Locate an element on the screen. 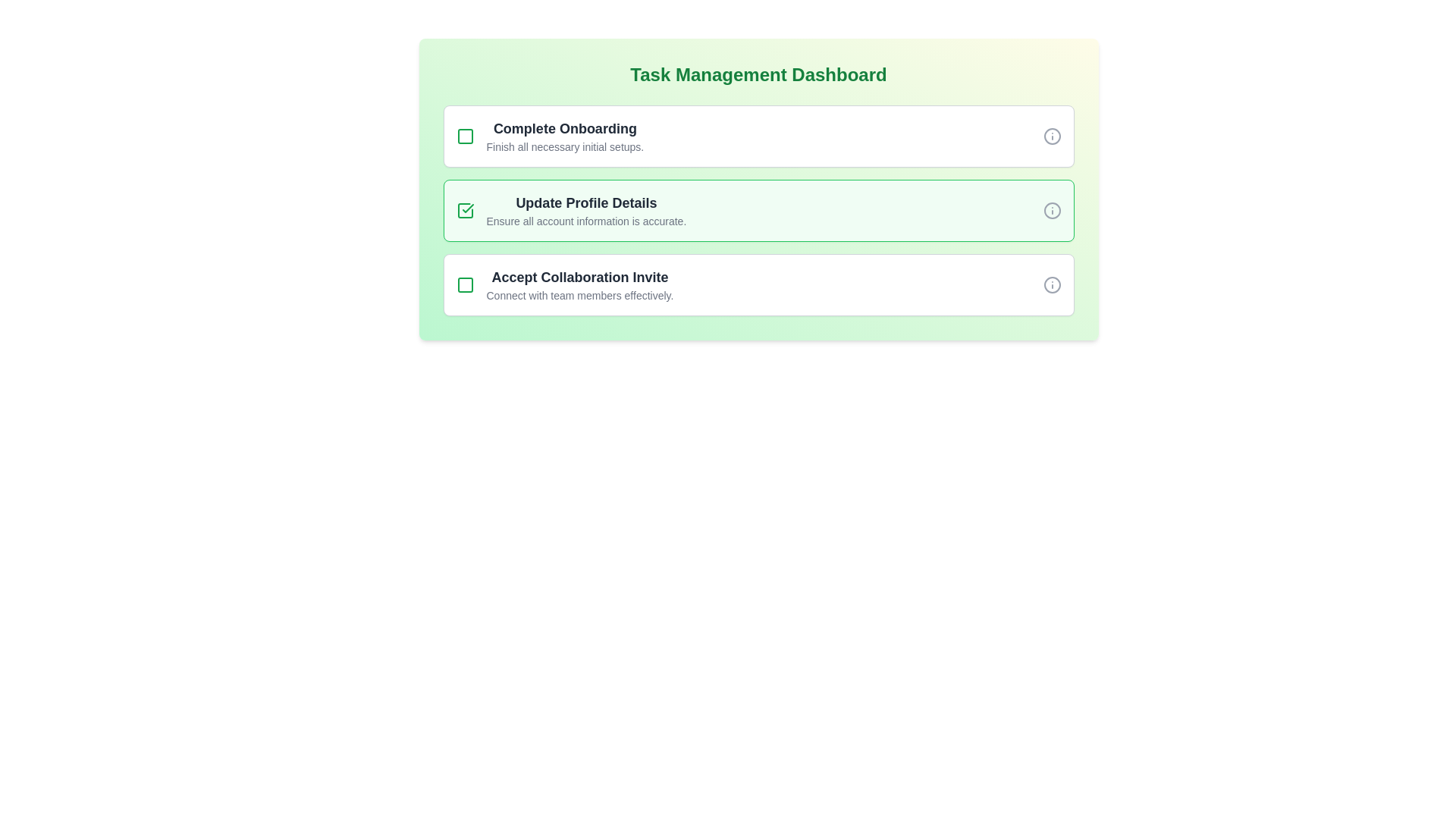  the first icon indicating the completion status of the task 'Complete Onboarding', located is located at coordinates (464, 136).